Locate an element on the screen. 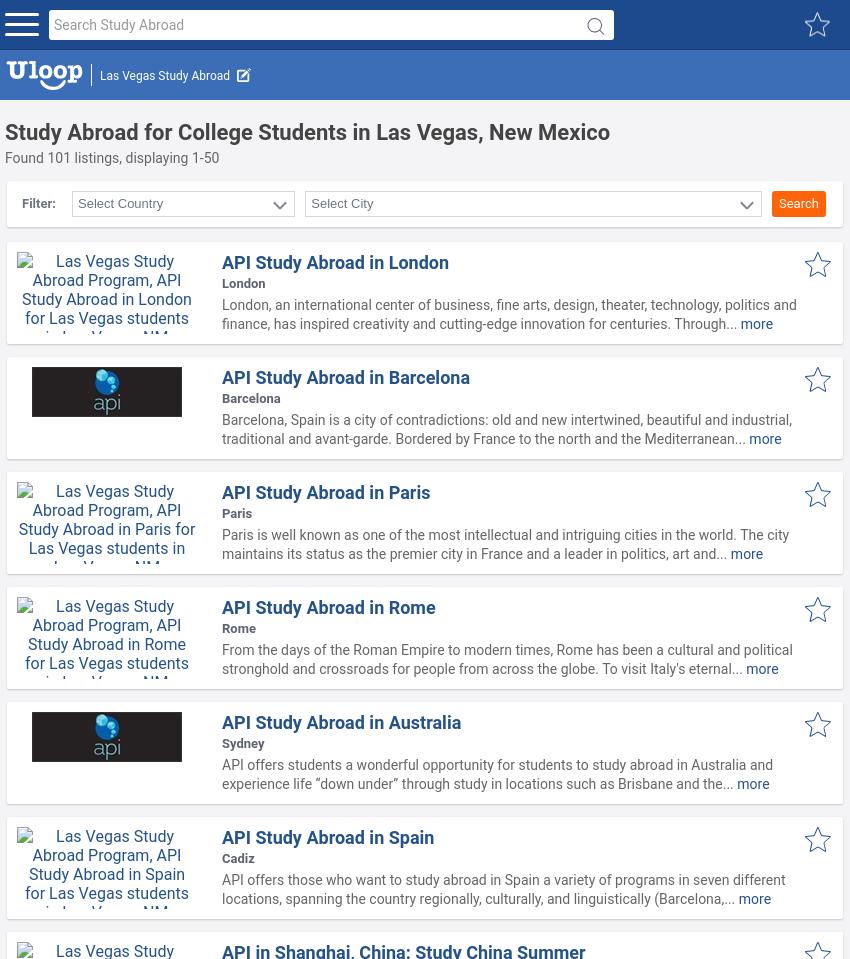  'Paris is well known as one of the most intellectual and intriguing cities in the world. The city maintains its status as the premier city in France and a leader in politics, art and...' is located at coordinates (505, 544).